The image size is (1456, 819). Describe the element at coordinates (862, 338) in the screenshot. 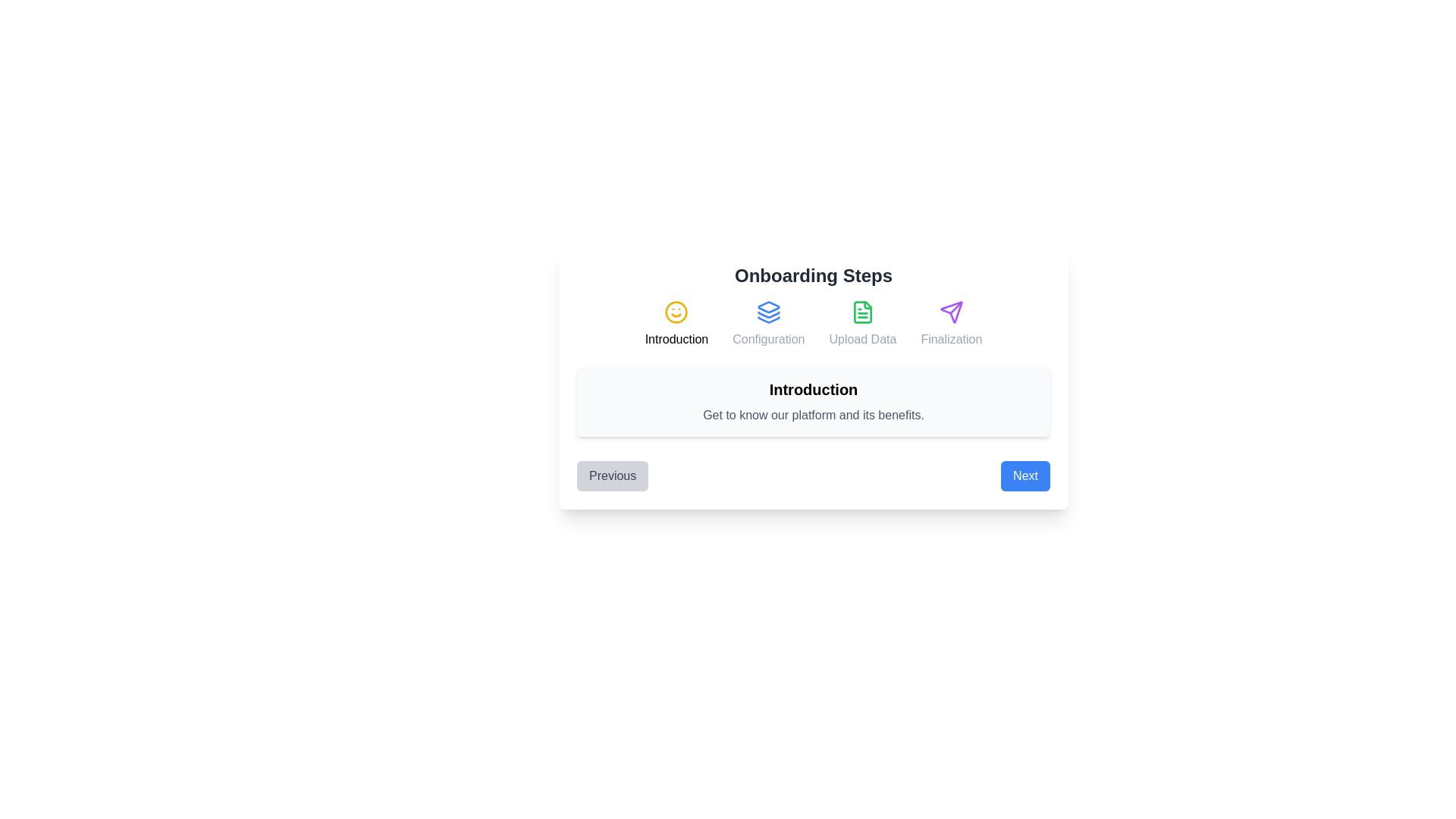

I see `the 'Upload Data' text label, which serves as a title for a step in the onboarding process, located below the document icon and part of the 'Onboarding Steps' sequence` at that location.